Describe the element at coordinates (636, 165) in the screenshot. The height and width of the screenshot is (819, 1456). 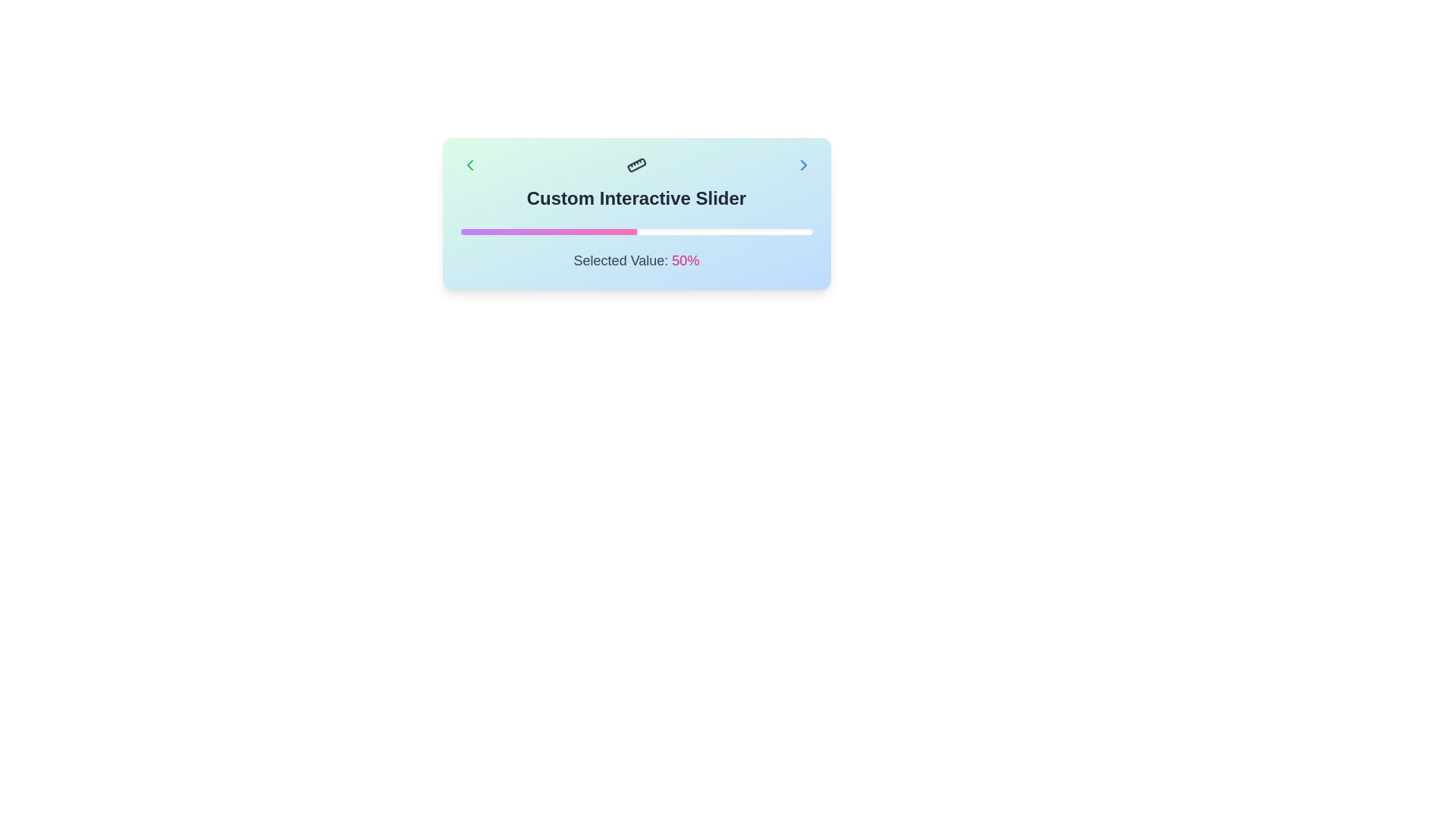
I see `the SVG ruler icon located at the top center of the card layout, which features a dark outline and is visually centered within the header section` at that location.